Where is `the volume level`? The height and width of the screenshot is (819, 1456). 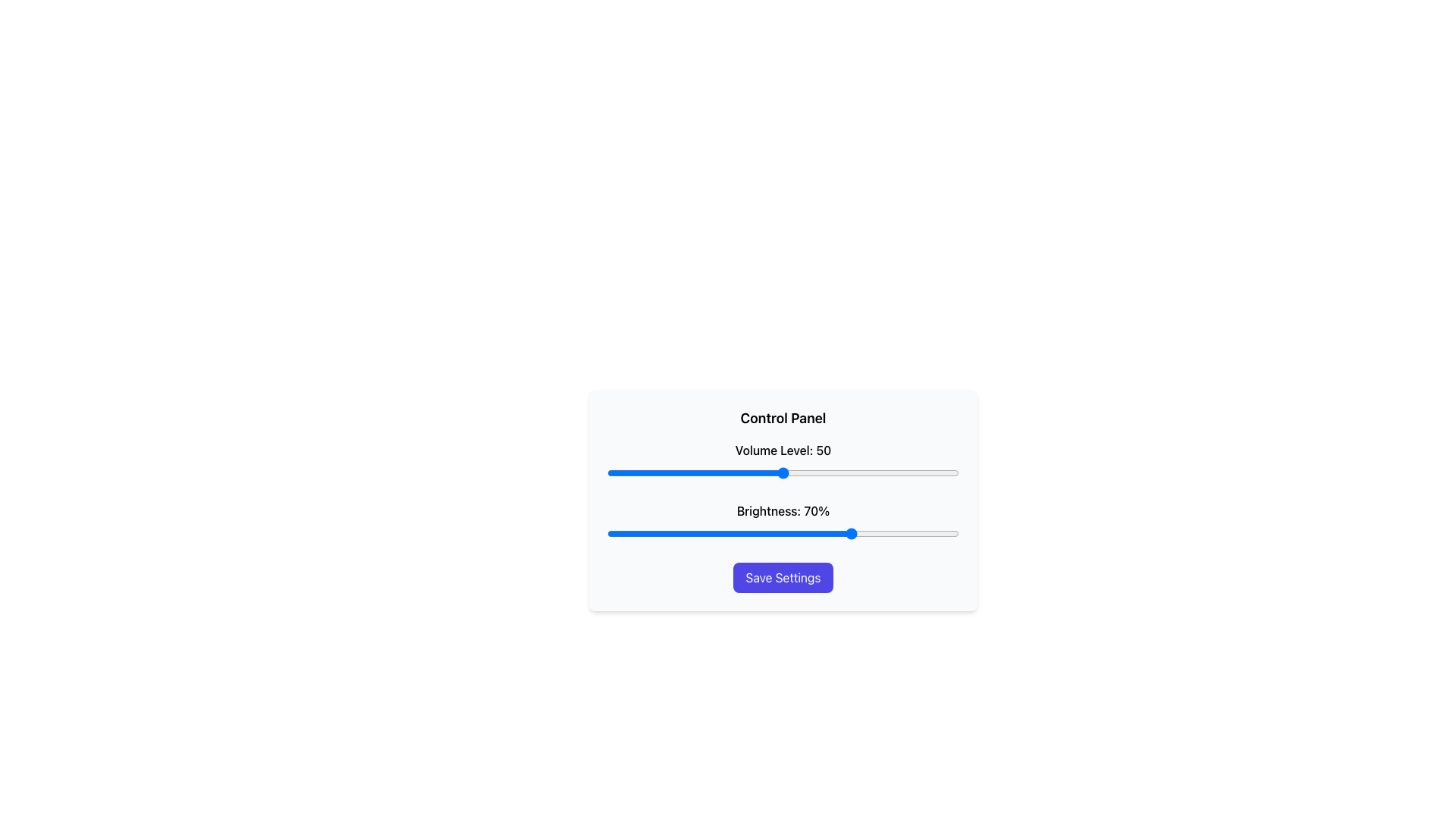
the volume level is located at coordinates (923, 472).